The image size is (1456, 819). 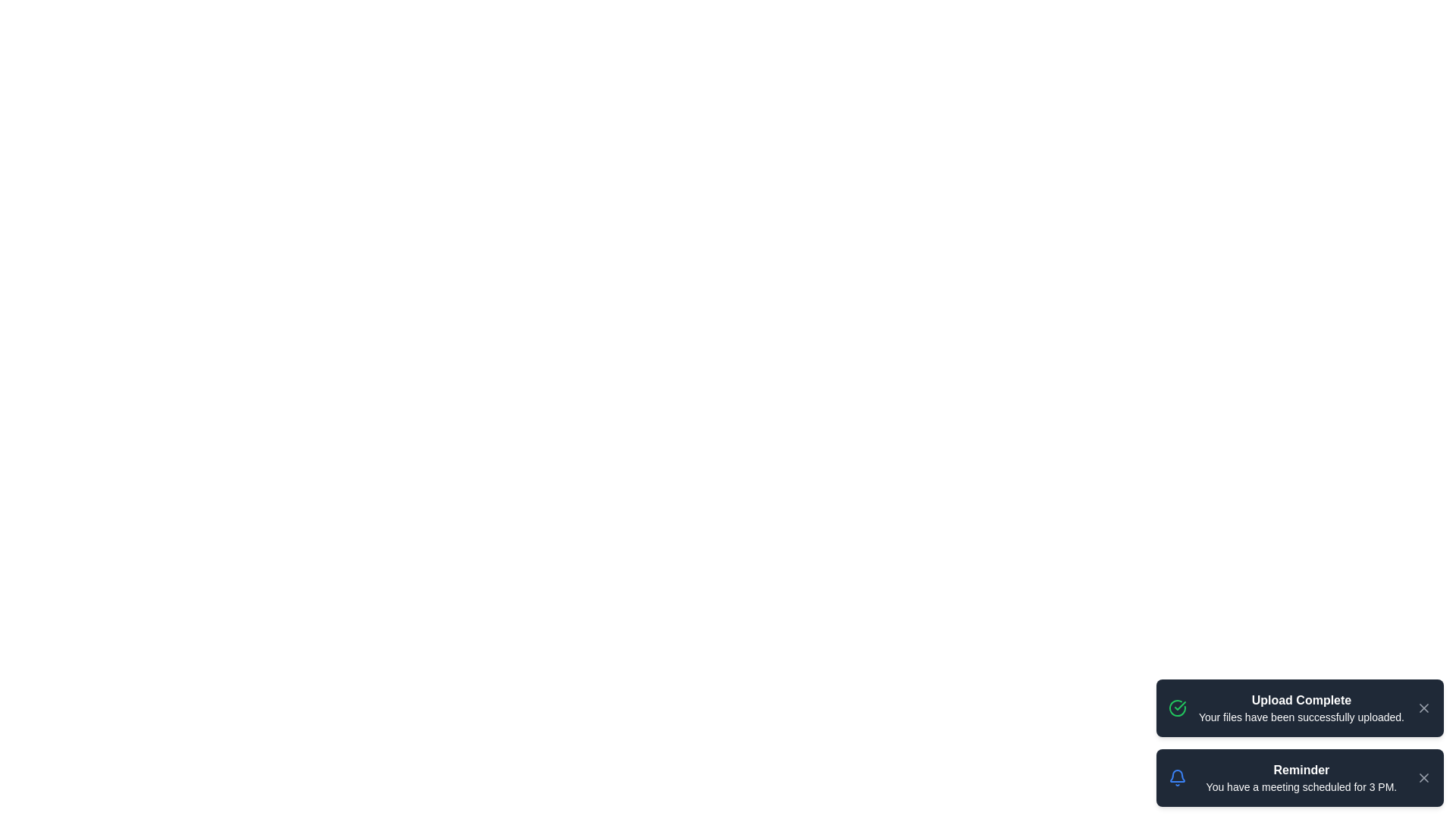 I want to click on the close button of the notification with title 'Reminder', so click(x=1423, y=778).